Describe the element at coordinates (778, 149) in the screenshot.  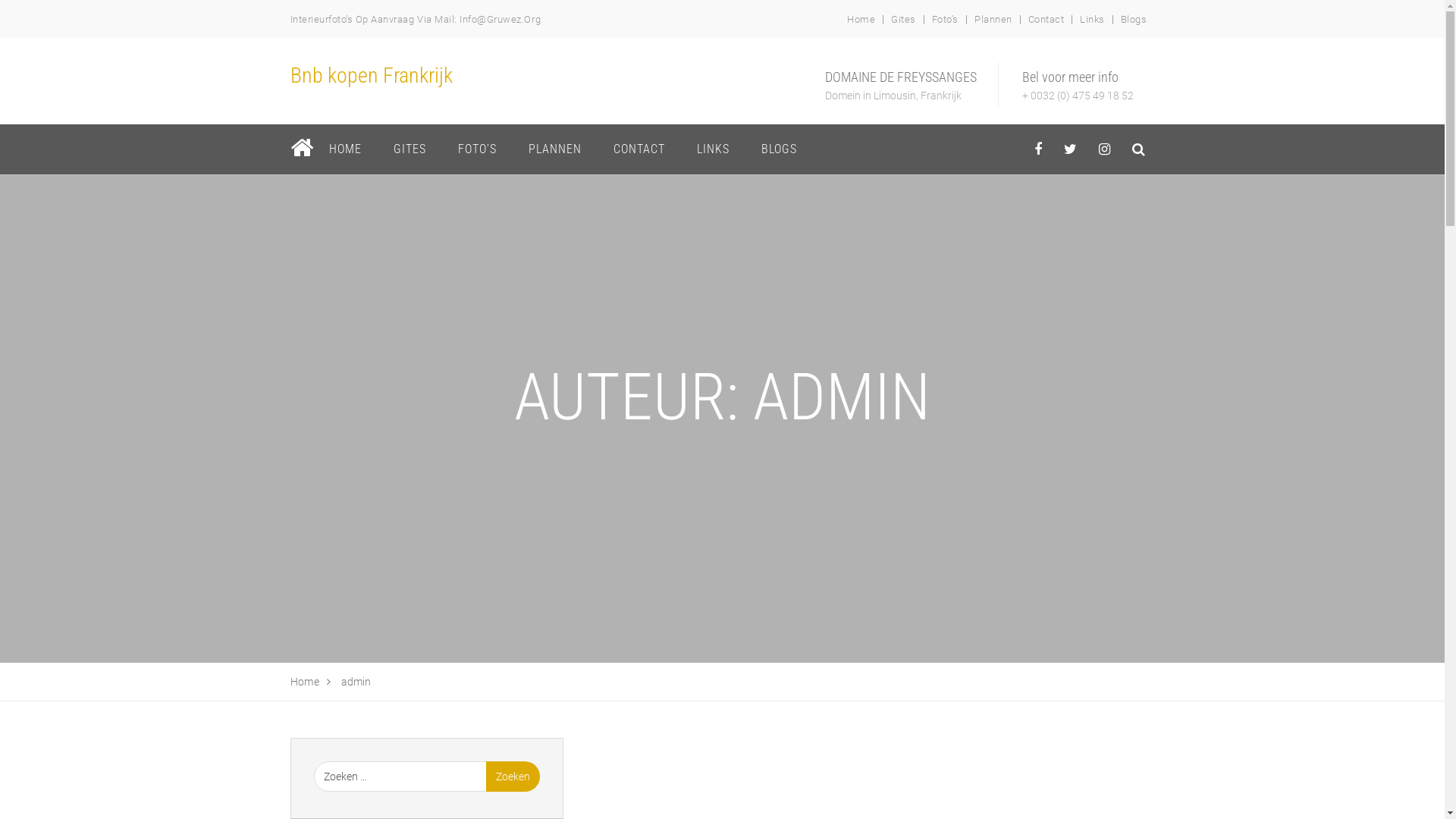
I see `'BLOGS'` at that location.